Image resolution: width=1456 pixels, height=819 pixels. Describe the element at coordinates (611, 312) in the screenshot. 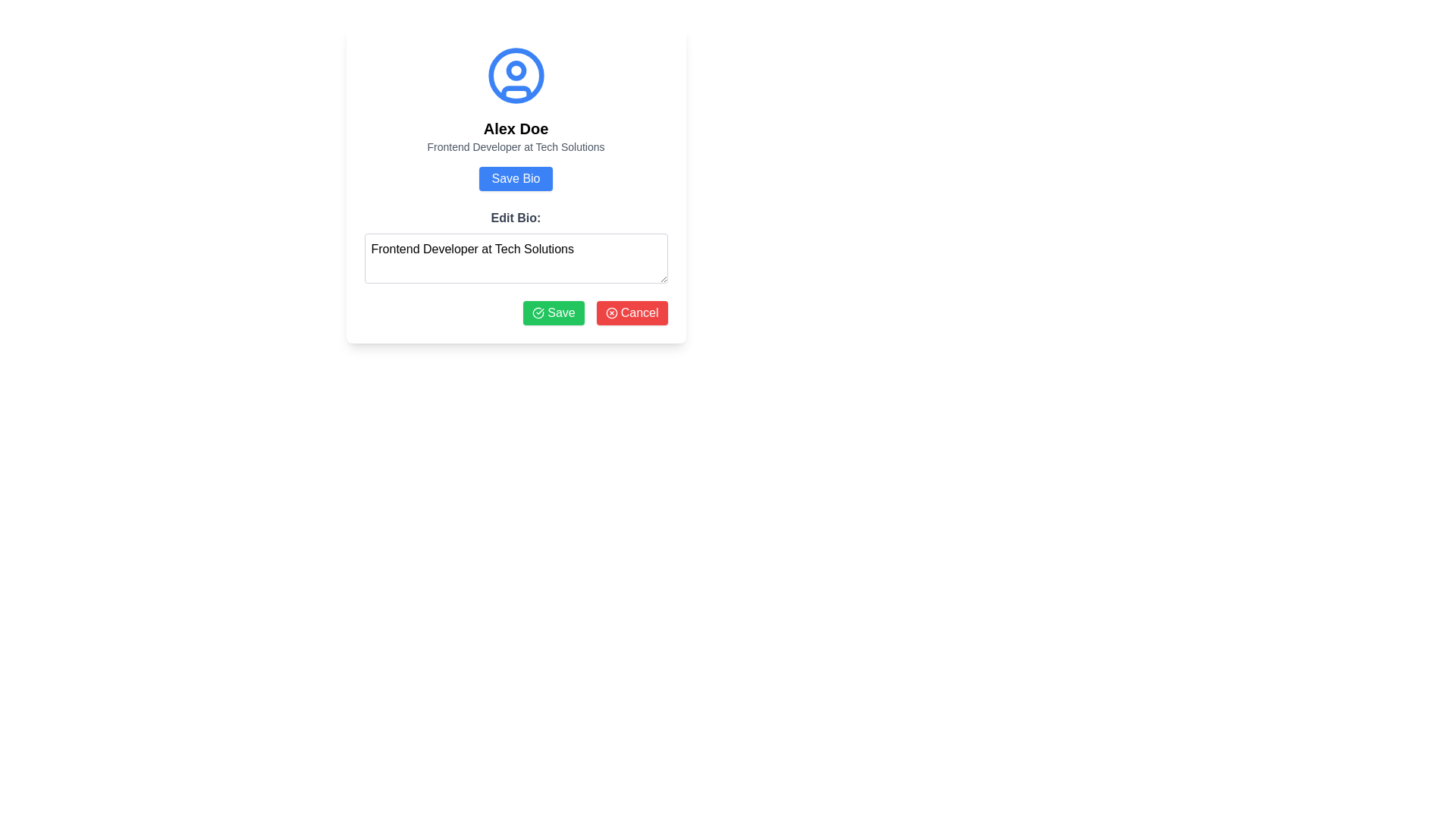

I see `the decorative circle SVG graphic that indicates a 'close' or 'cancel' action, located in the center-right area of the layout` at that location.